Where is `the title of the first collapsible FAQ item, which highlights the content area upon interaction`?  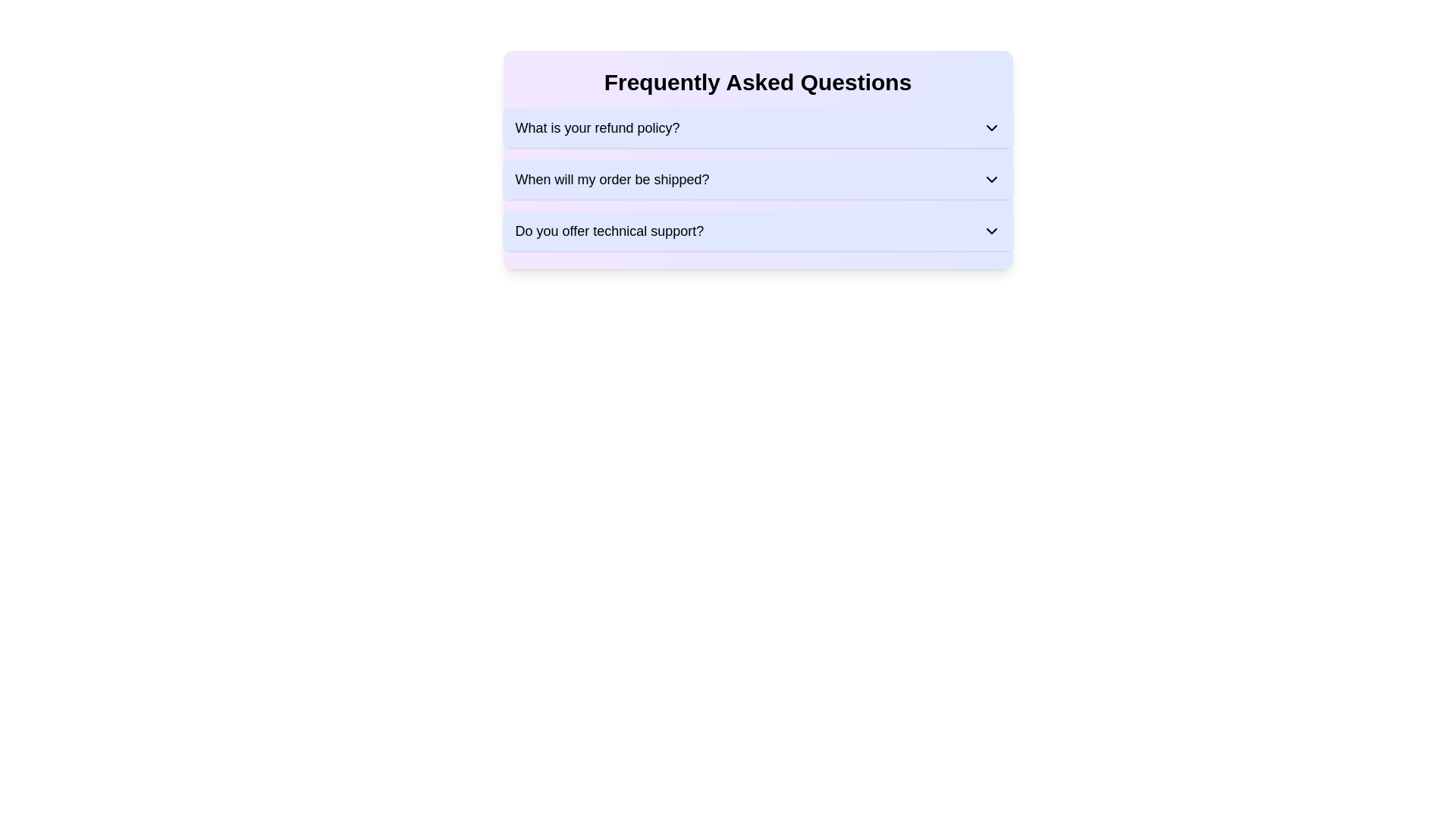
the title of the first collapsible FAQ item, which highlights the content area upon interaction is located at coordinates (596, 127).